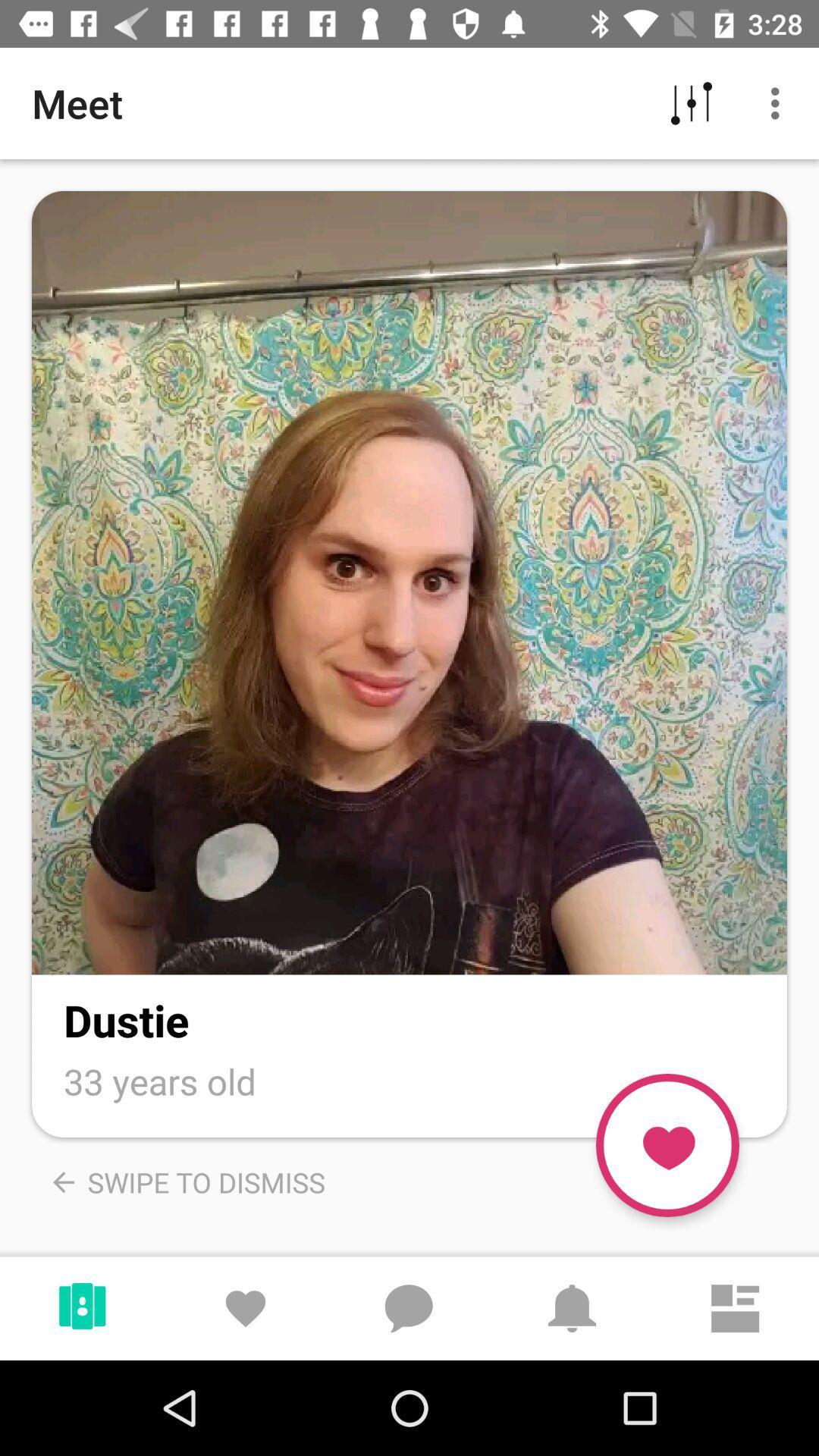 Image resolution: width=819 pixels, height=1456 pixels. What do you see at coordinates (691, 102) in the screenshot?
I see `the item next to meet item` at bounding box center [691, 102].